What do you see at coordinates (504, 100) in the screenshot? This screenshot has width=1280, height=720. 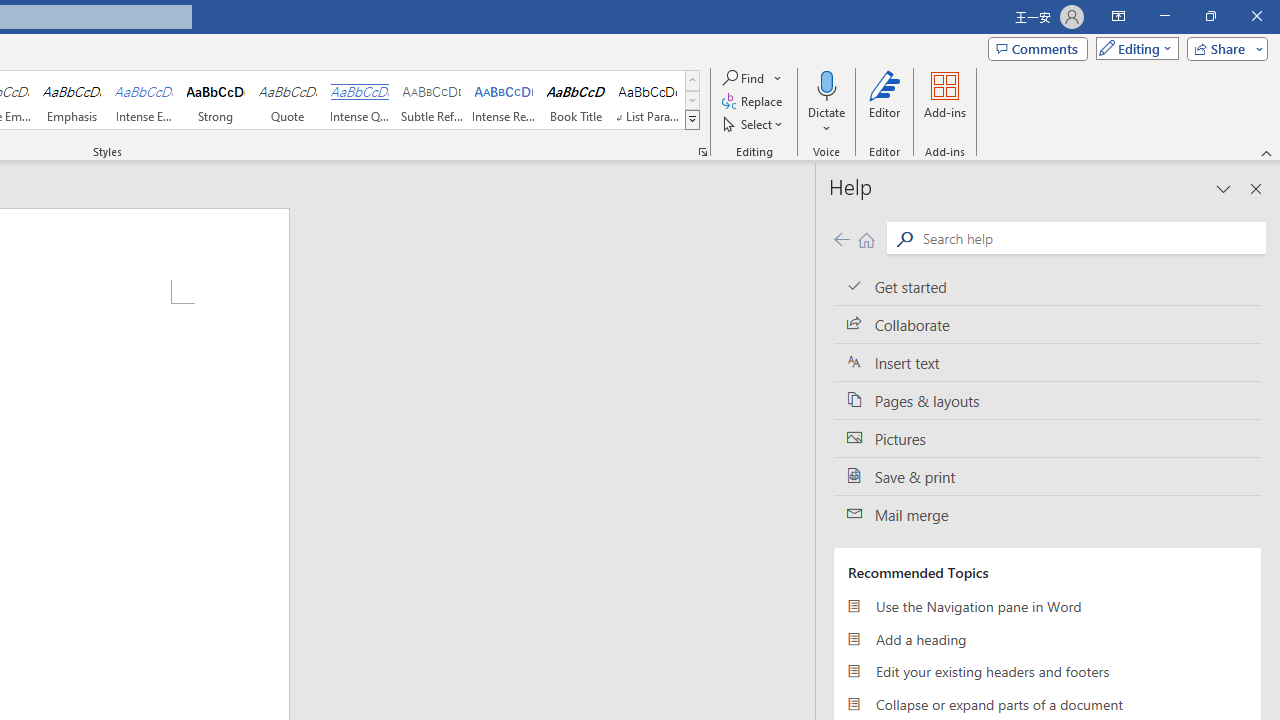 I see `'Intense Reference'` at bounding box center [504, 100].